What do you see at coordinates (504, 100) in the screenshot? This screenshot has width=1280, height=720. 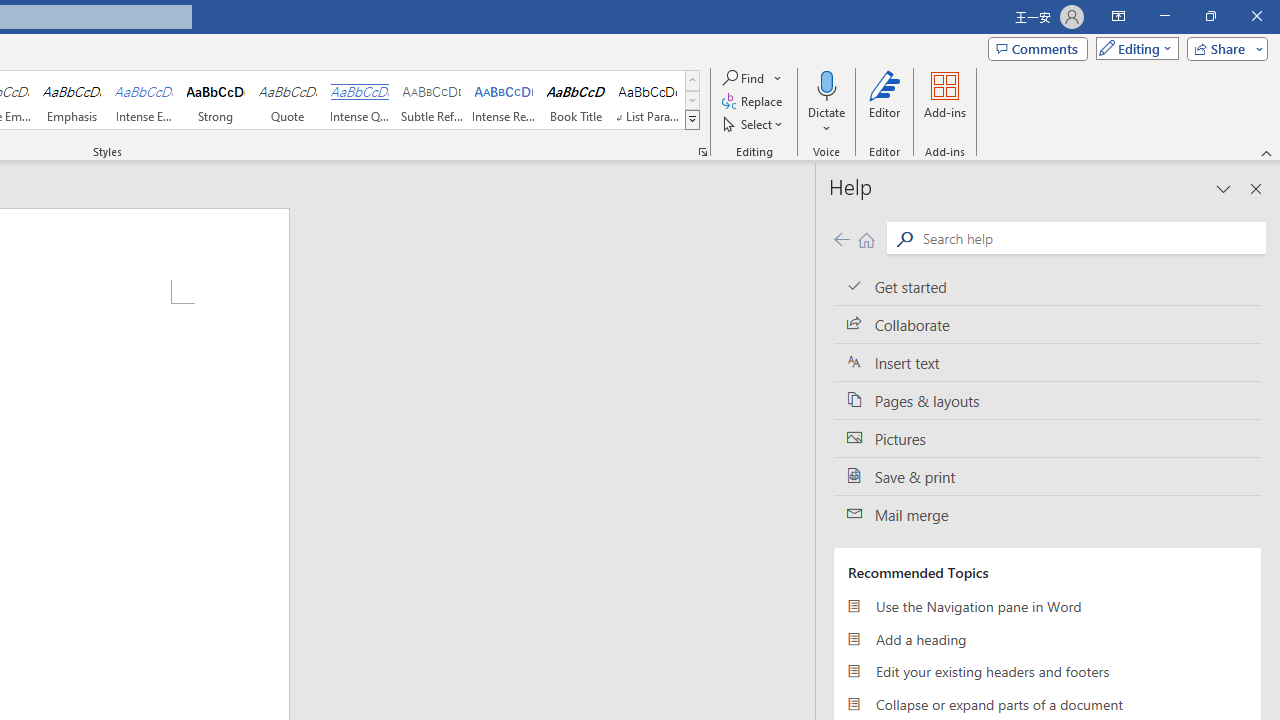 I see `'Intense Reference'` at bounding box center [504, 100].